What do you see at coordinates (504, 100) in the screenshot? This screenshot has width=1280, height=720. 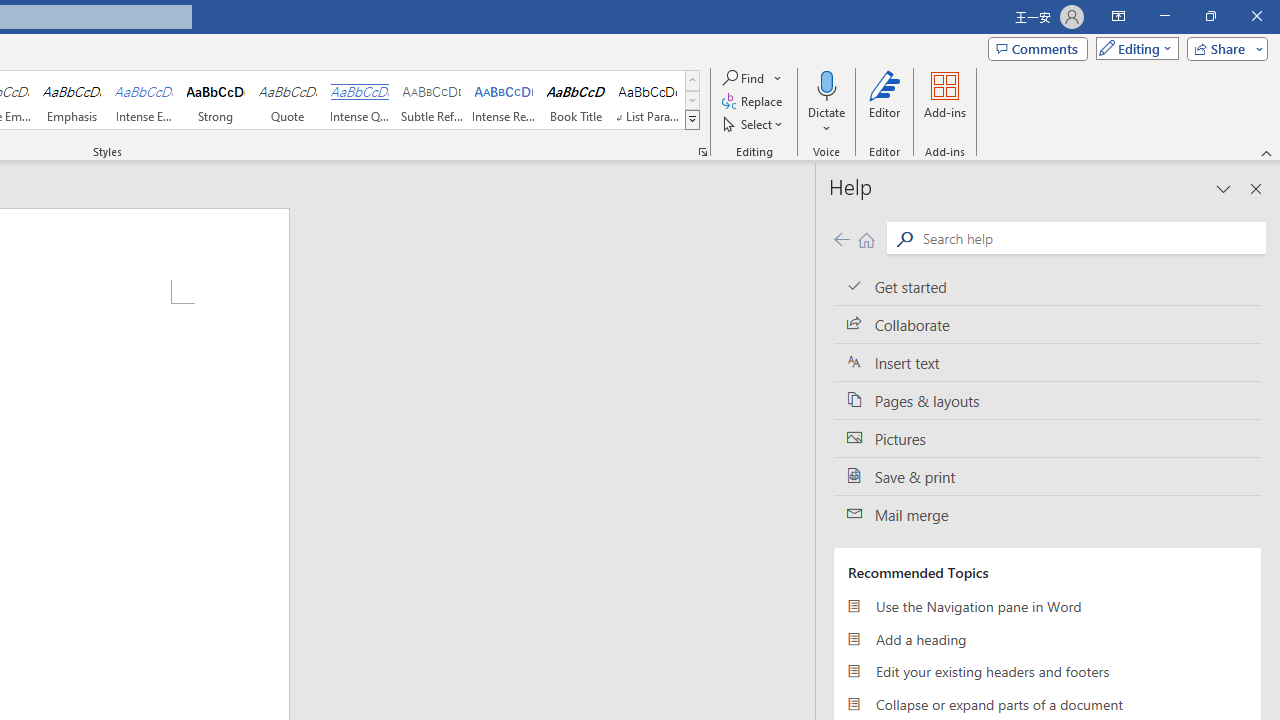 I see `'Intense Reference'` at bounding box center [504, 100].